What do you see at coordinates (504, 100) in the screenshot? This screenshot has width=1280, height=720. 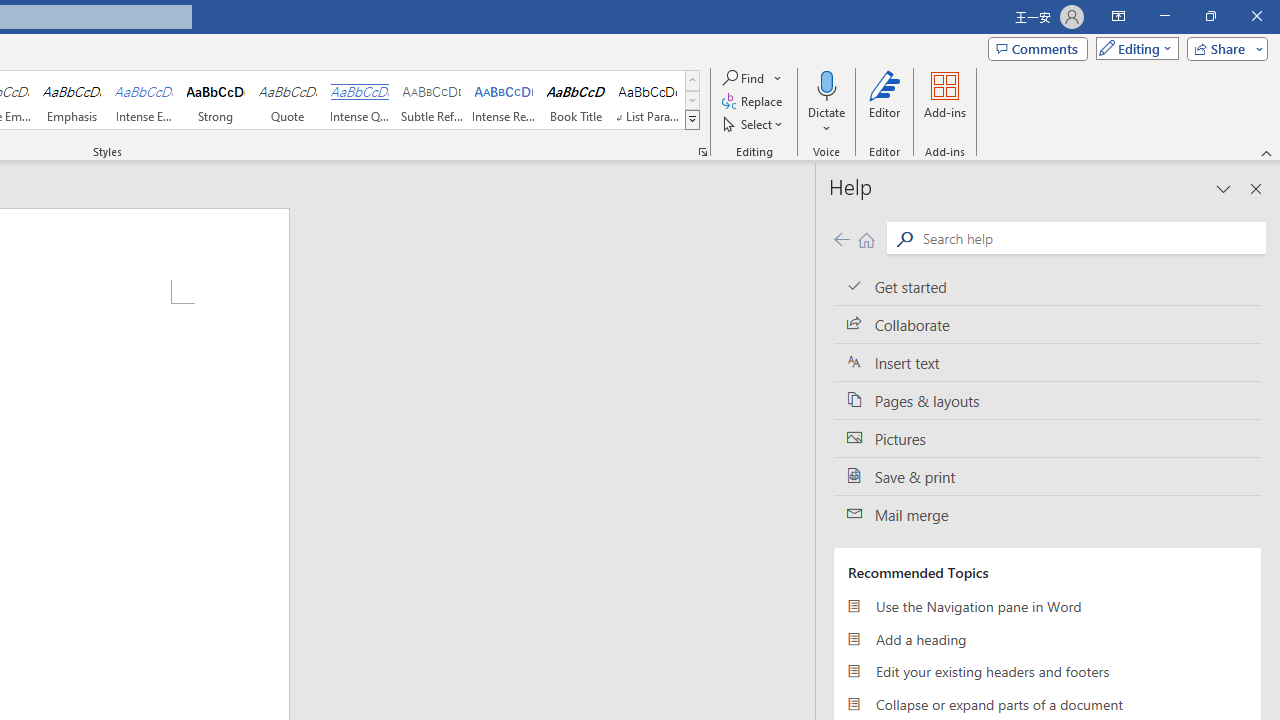 I see `'Intense Reference'` at bounding box center [504, 100].